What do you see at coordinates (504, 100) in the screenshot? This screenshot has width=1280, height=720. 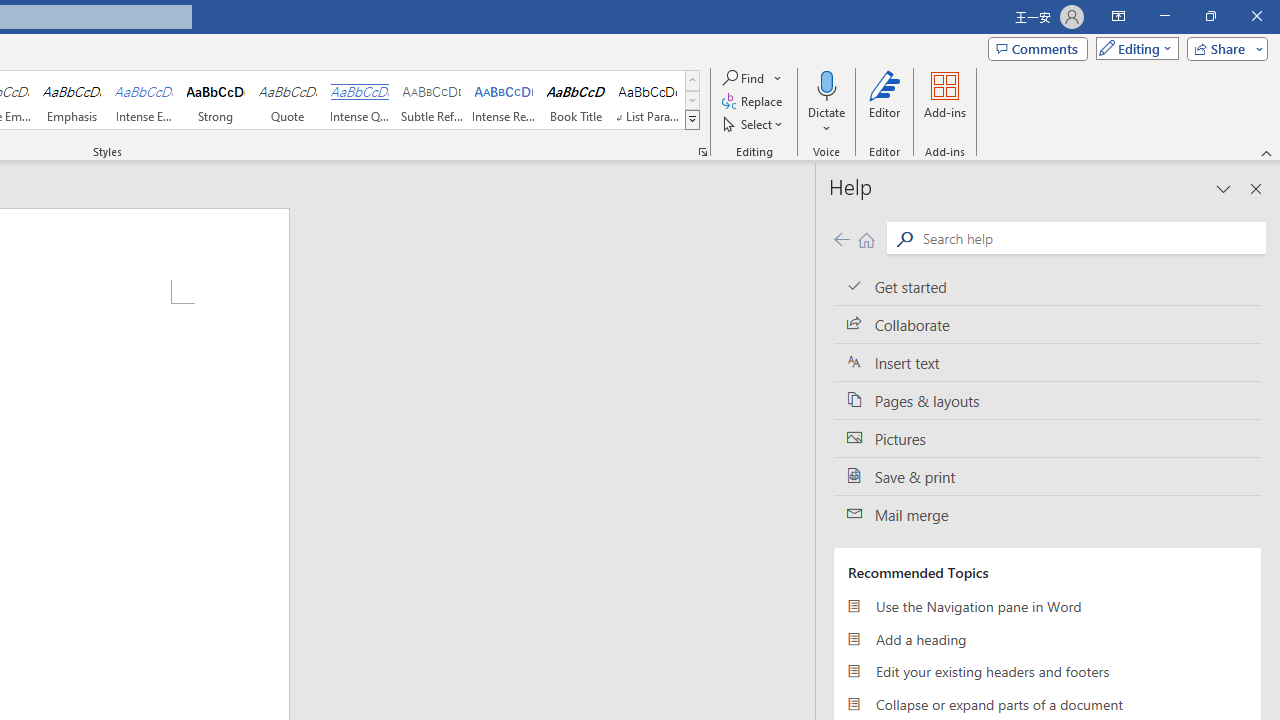 I see `'Intense Reference'` at bounding box center [504, 100].